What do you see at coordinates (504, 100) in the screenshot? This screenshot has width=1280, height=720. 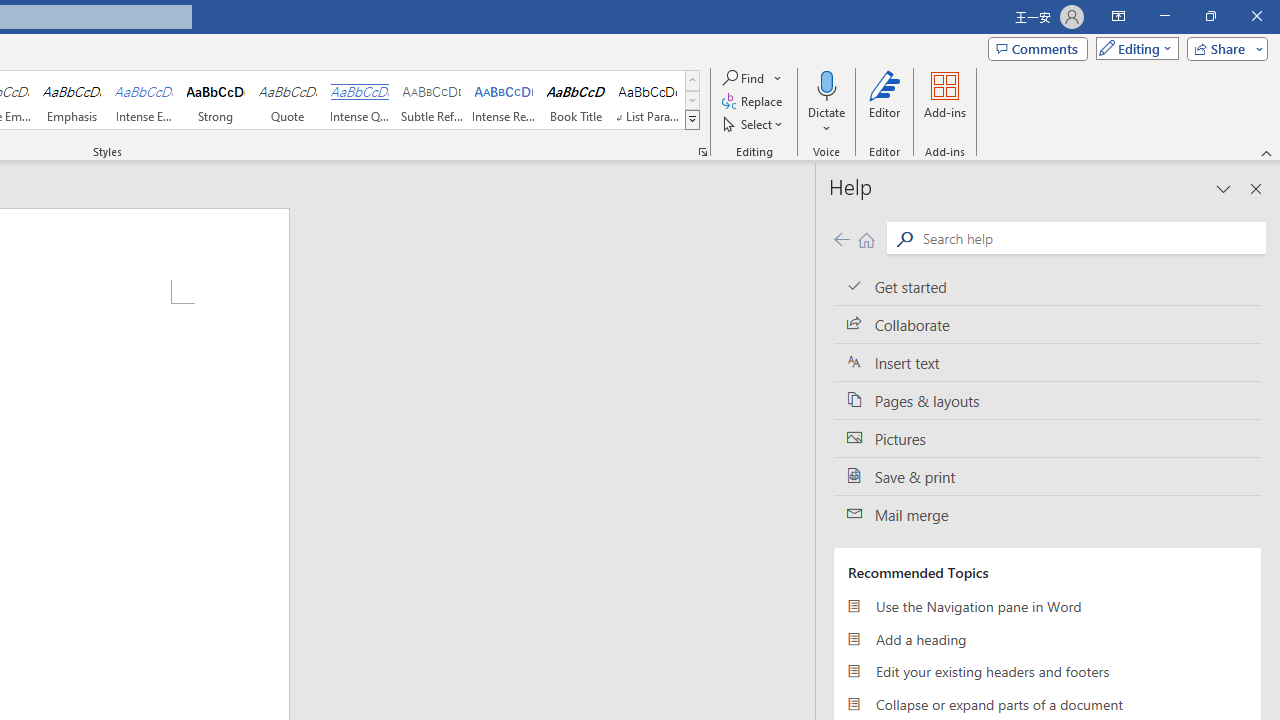 I see `'Intense Reference'` at bounding box center [504, 100].